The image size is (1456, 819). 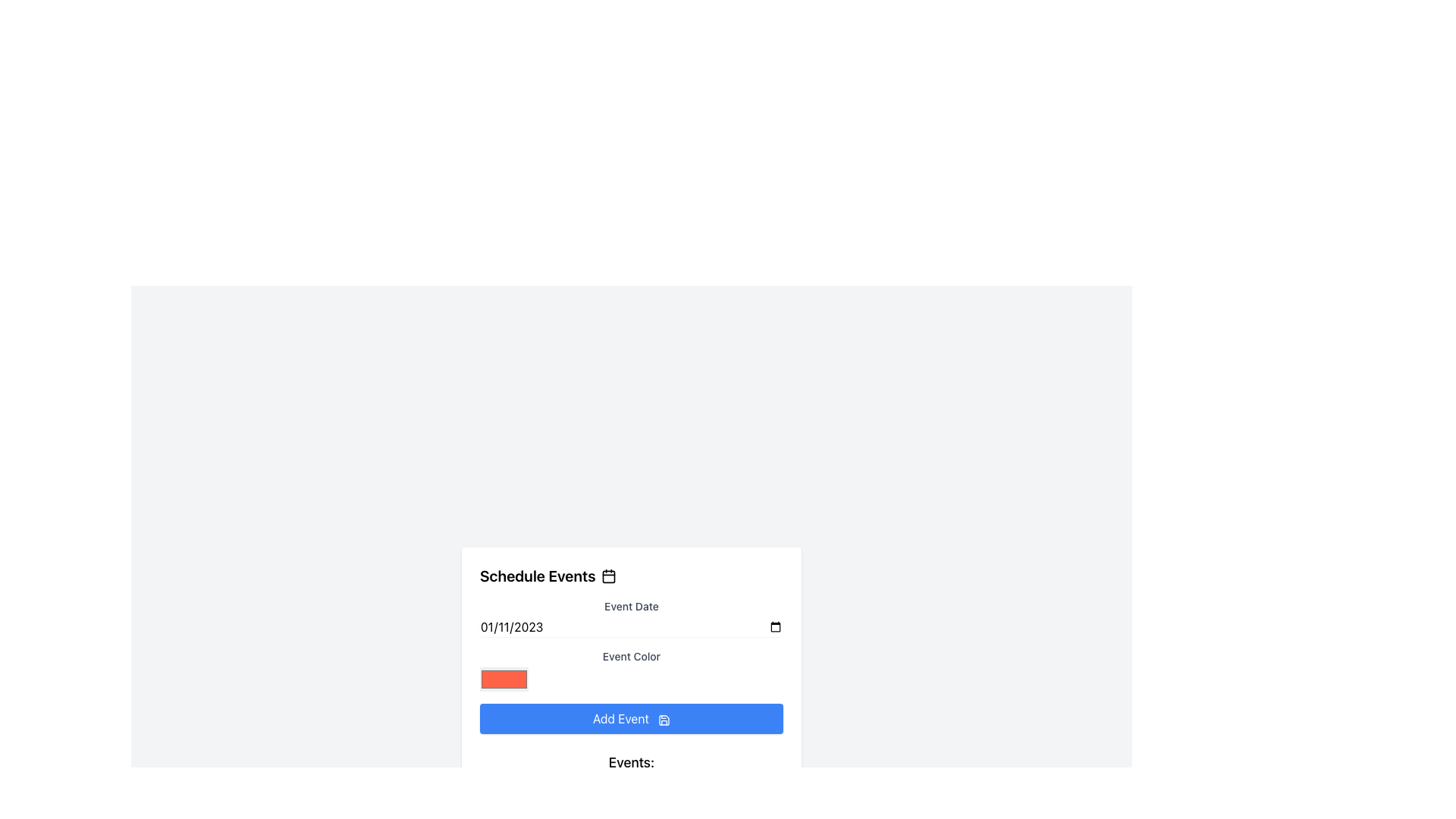 What do you see at coordinates (632, 617) in the screenshot?
I see `the 'Event Date' label, which is a small text label positioned above the date input field in the form section` at bounding box center [632, 617].